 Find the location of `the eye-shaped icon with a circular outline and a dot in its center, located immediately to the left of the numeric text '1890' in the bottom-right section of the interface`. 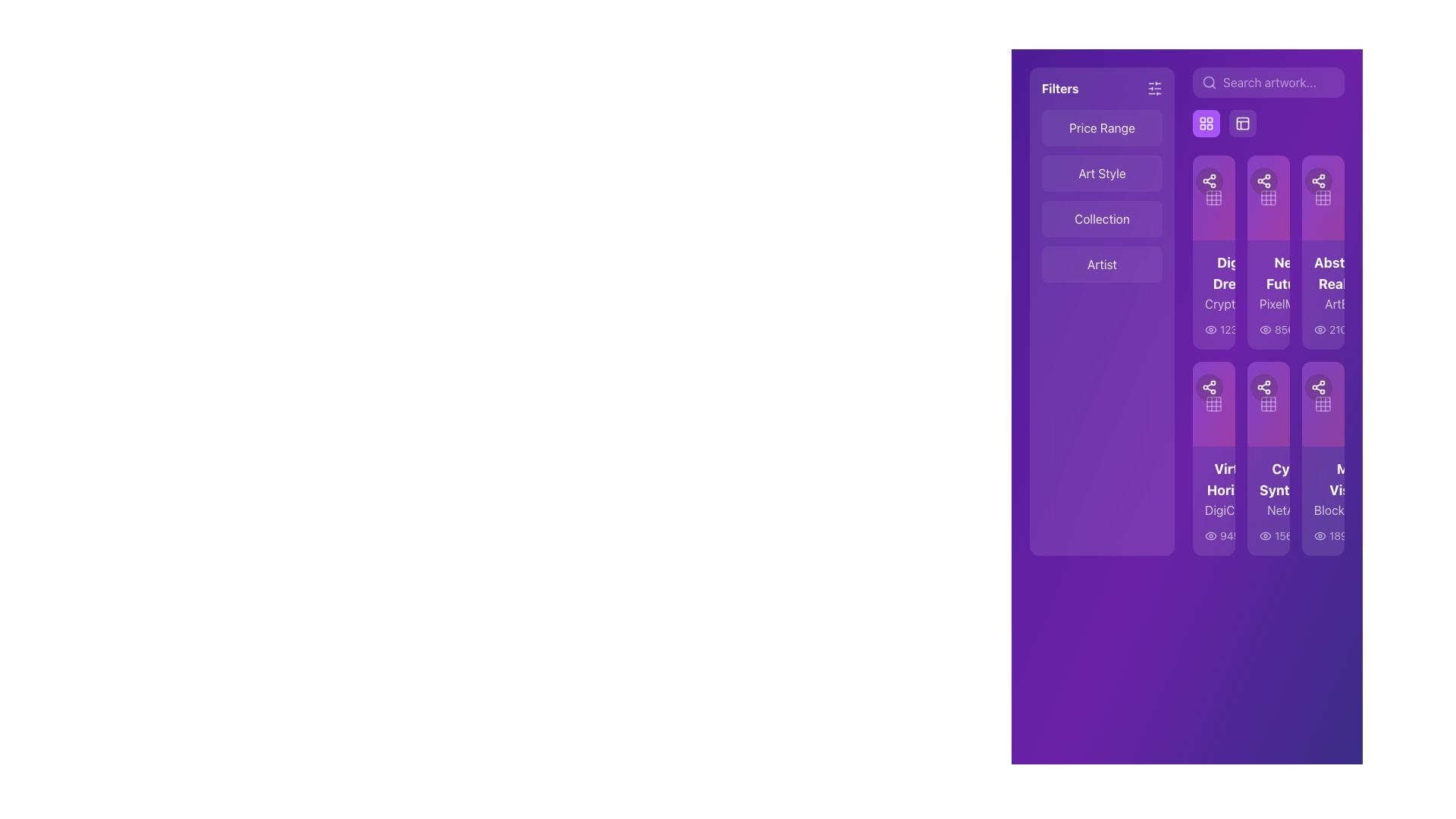

the eye-shaped icon with a circular outline and a dot in its center, located immediately to the left of the numeric text '1890' in the bottom-right section of the interface is located at coordinates (1319, 535).